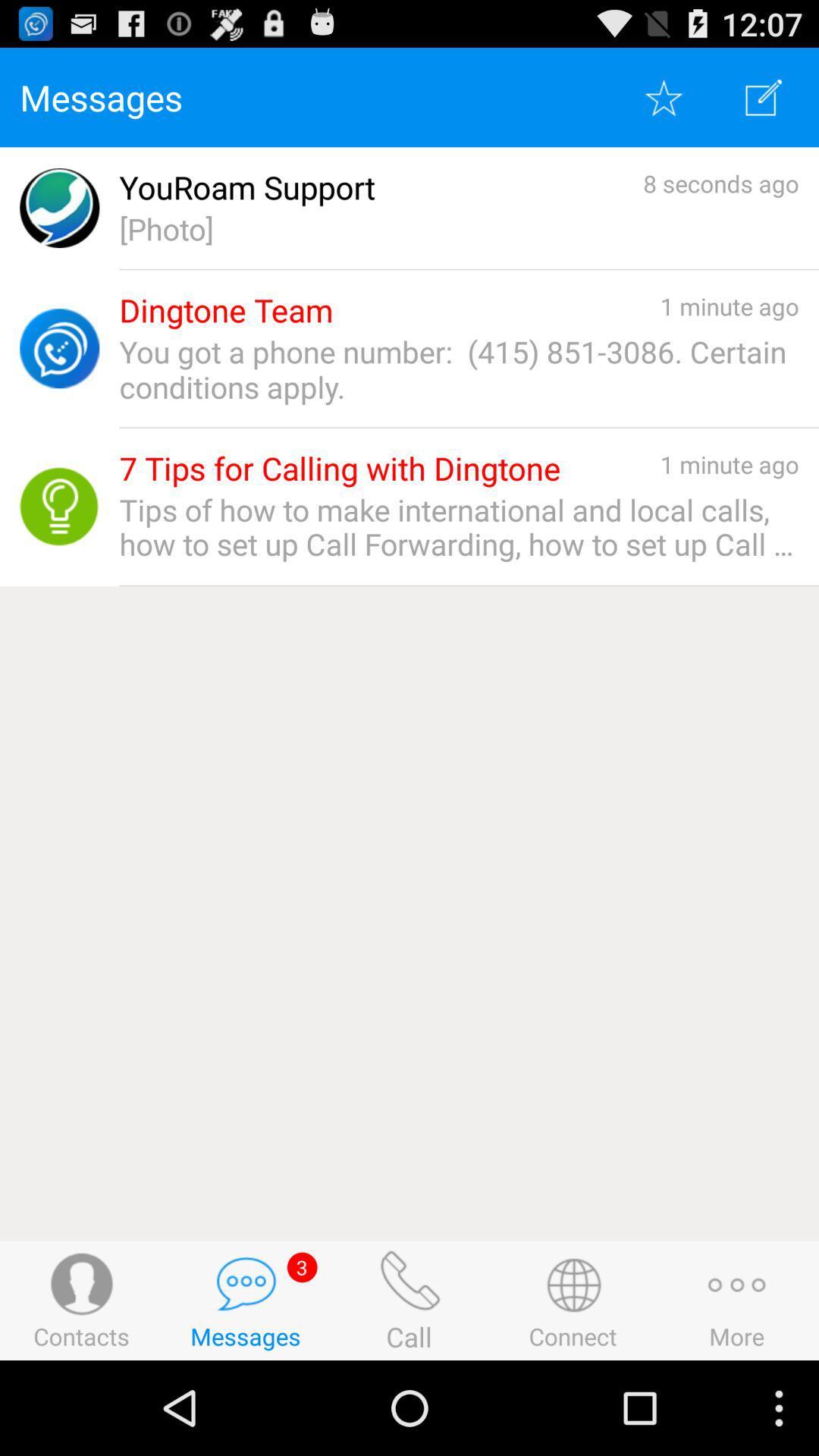 The width and height of the screenshot is (819, 1456). What do you see at coordinates (720, 182) in the screenshot?
I see `the 8 seconds ago app` at bounding box center [720, 182].